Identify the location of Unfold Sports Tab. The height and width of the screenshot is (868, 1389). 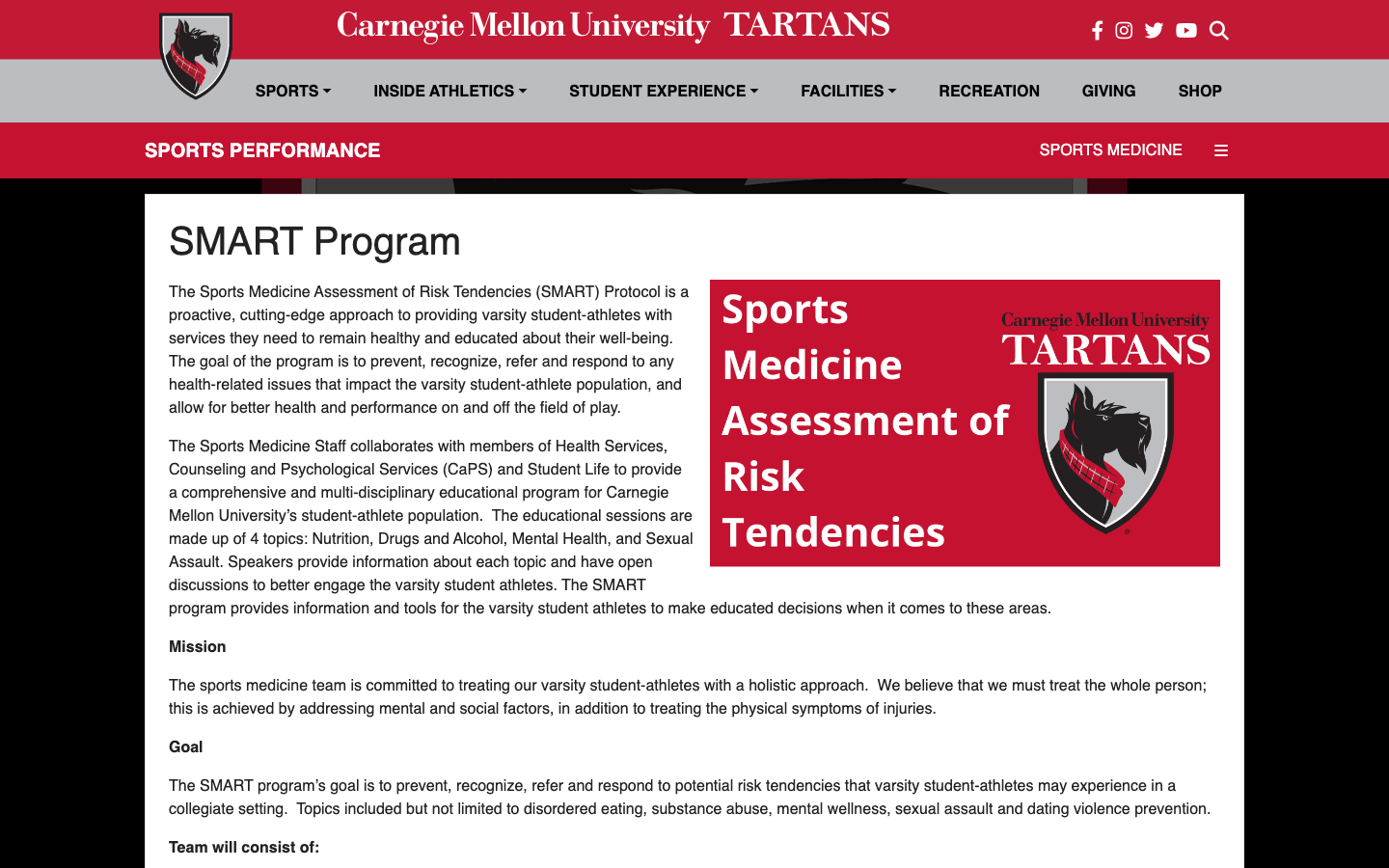
(293, 90).